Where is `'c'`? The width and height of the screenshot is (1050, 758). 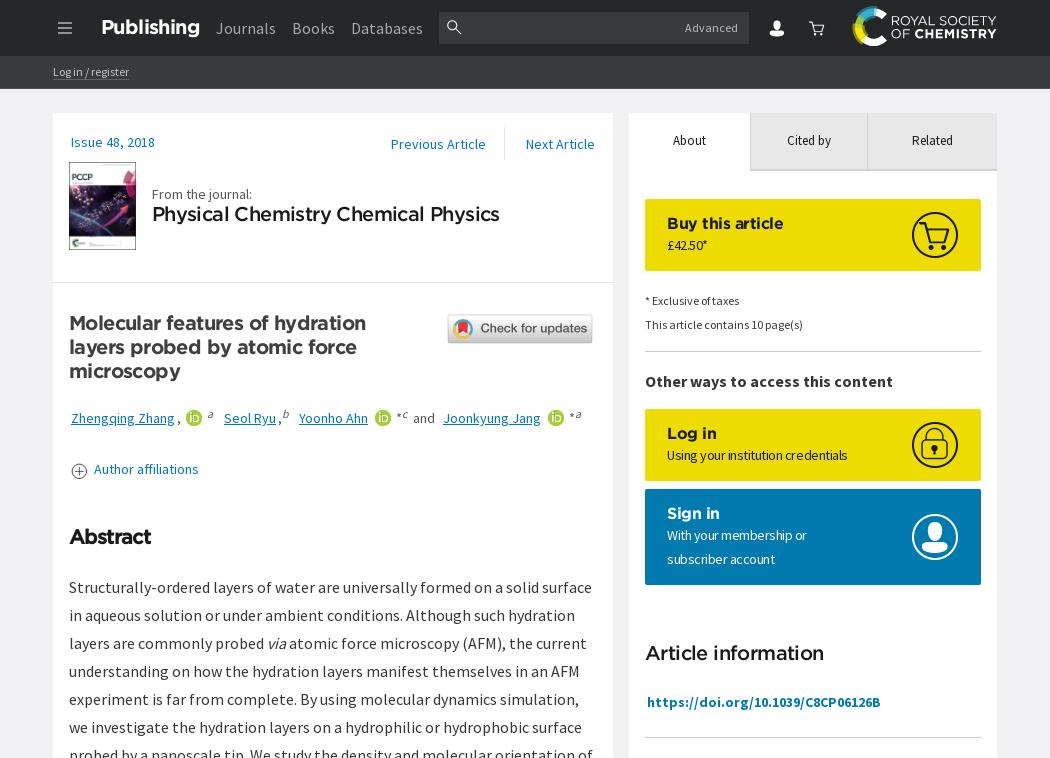 'c' is located at coordinates (404, 413).